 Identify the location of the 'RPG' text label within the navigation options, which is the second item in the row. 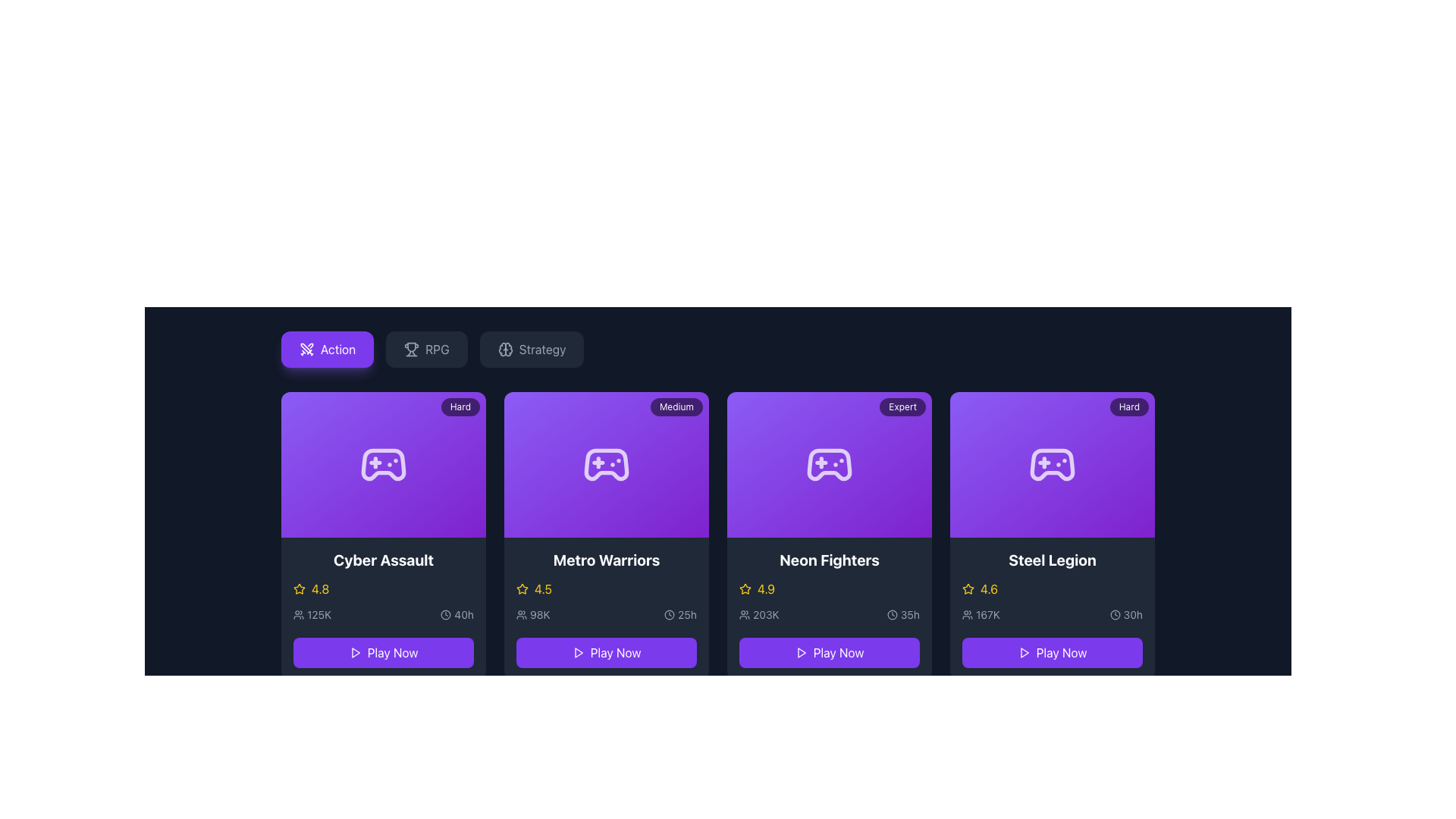
(436, 350).